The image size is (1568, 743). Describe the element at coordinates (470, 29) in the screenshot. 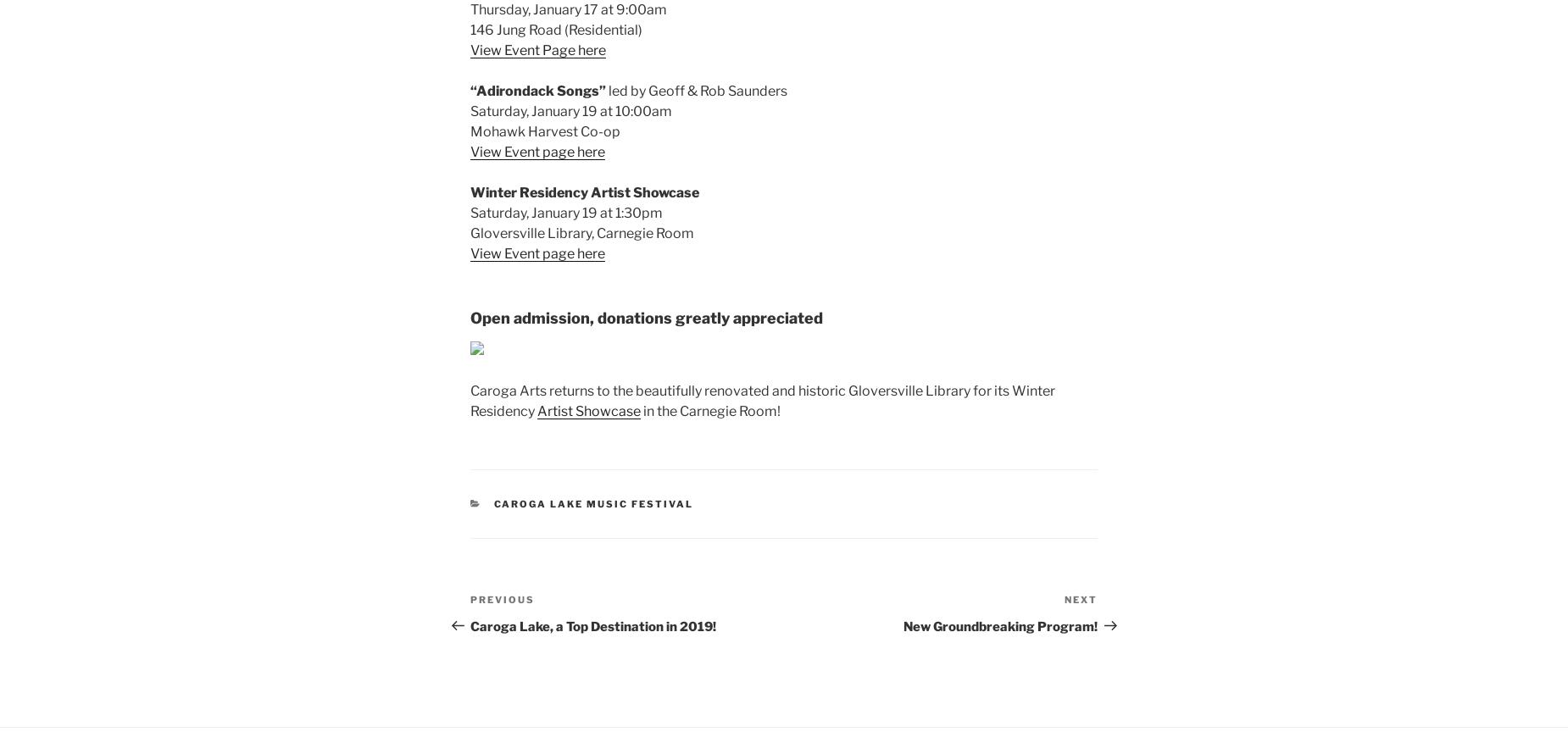

I see `'146 Jung Road (Residential)'` at that location.